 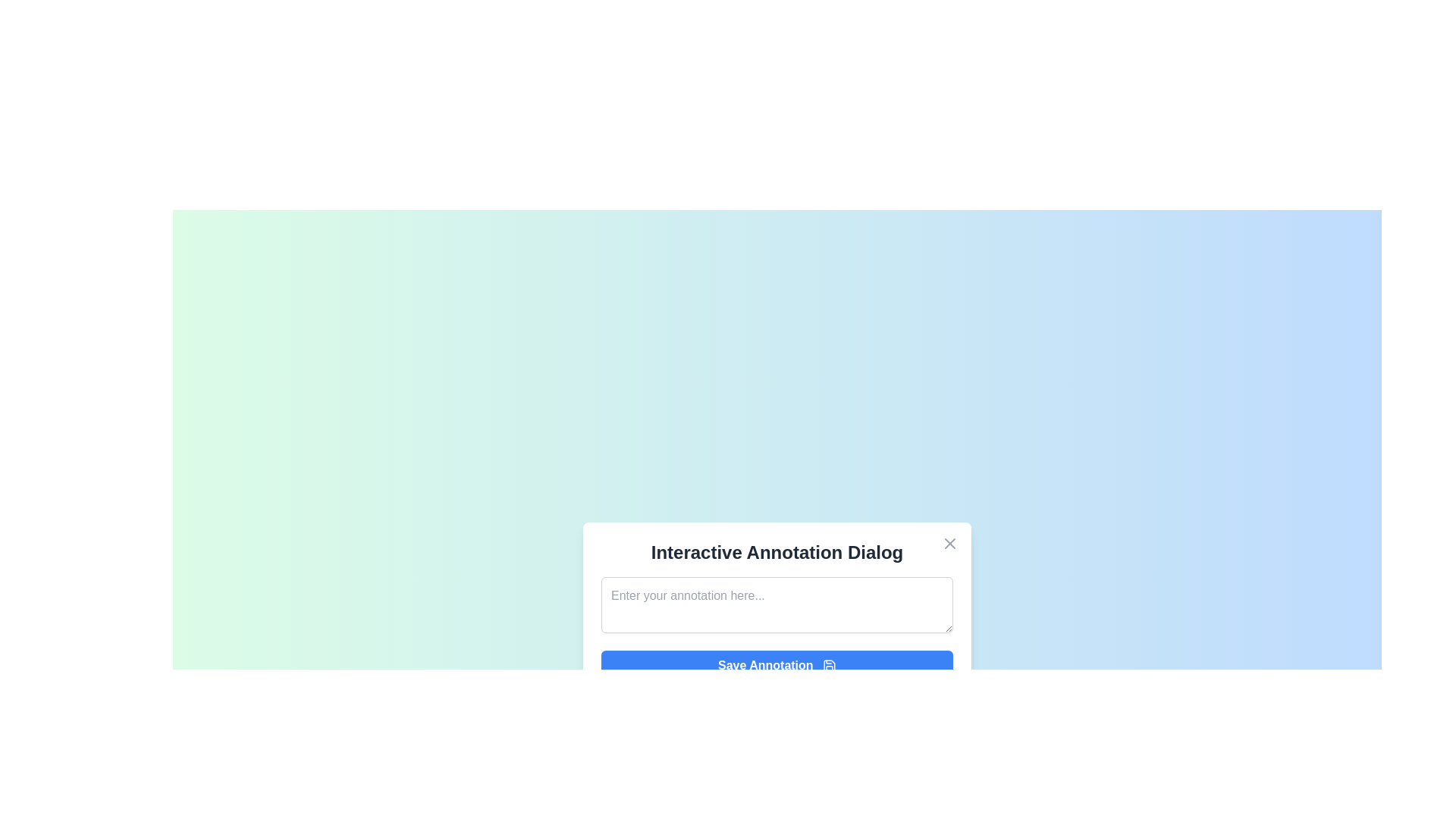 What do you see at coordinates (949, 542) in the screenshot?
I see `the close button at the top-right corner of the dialog` at bounding box center [949, 542].